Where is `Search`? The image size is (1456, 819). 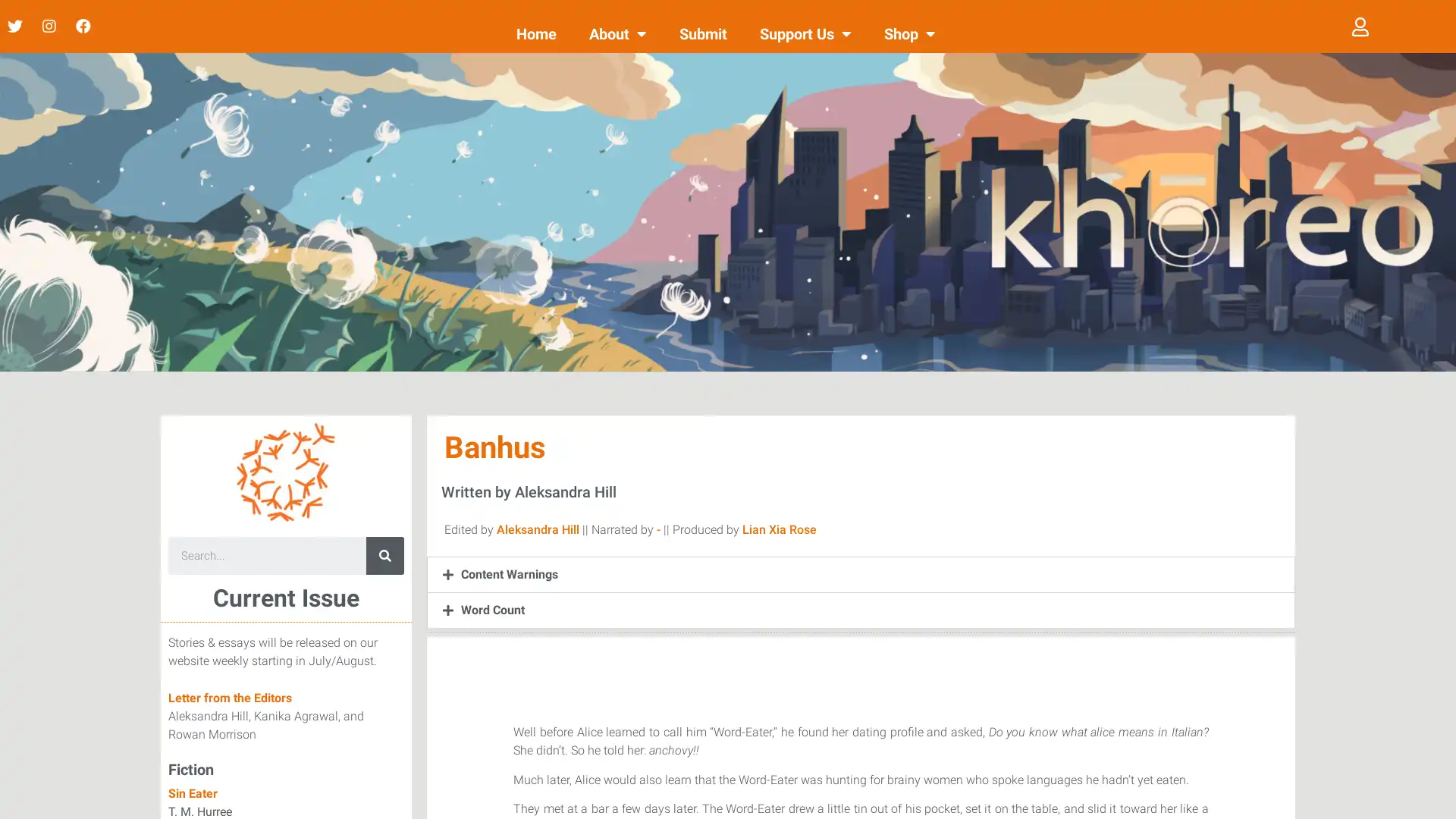 Search is located at coordinates (384, 555).